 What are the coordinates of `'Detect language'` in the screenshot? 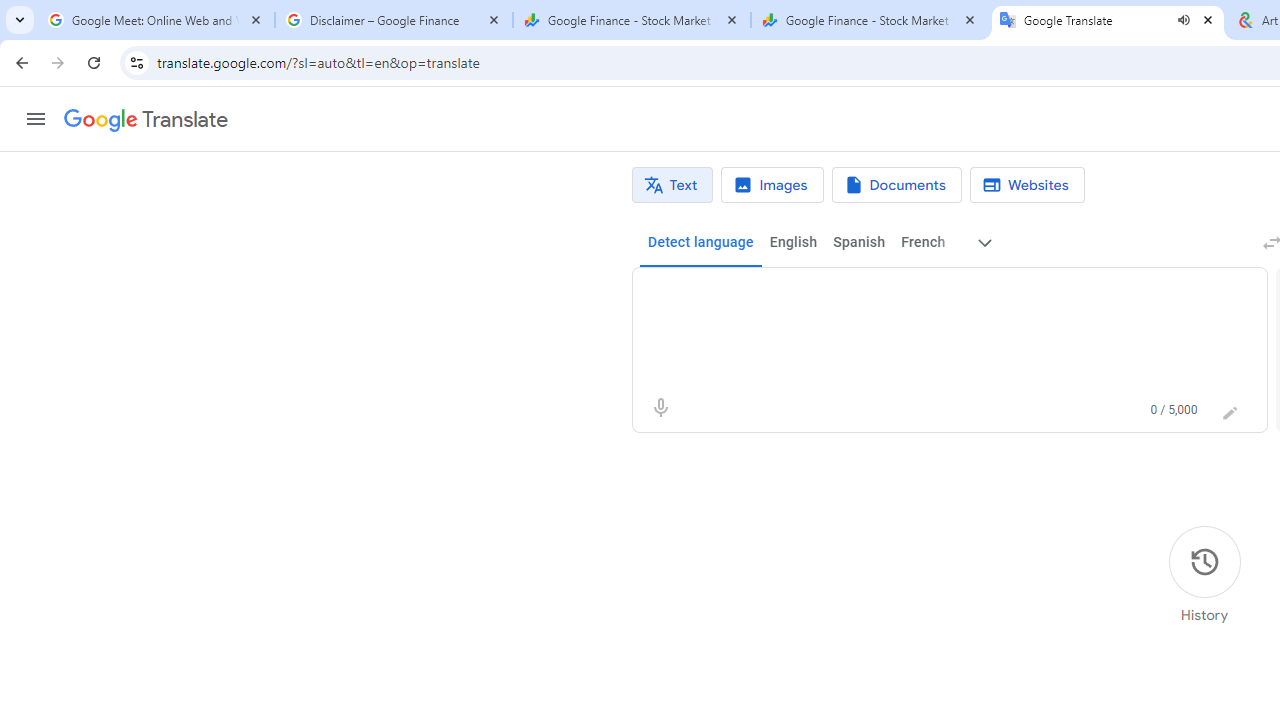 It's located at (700, 242).